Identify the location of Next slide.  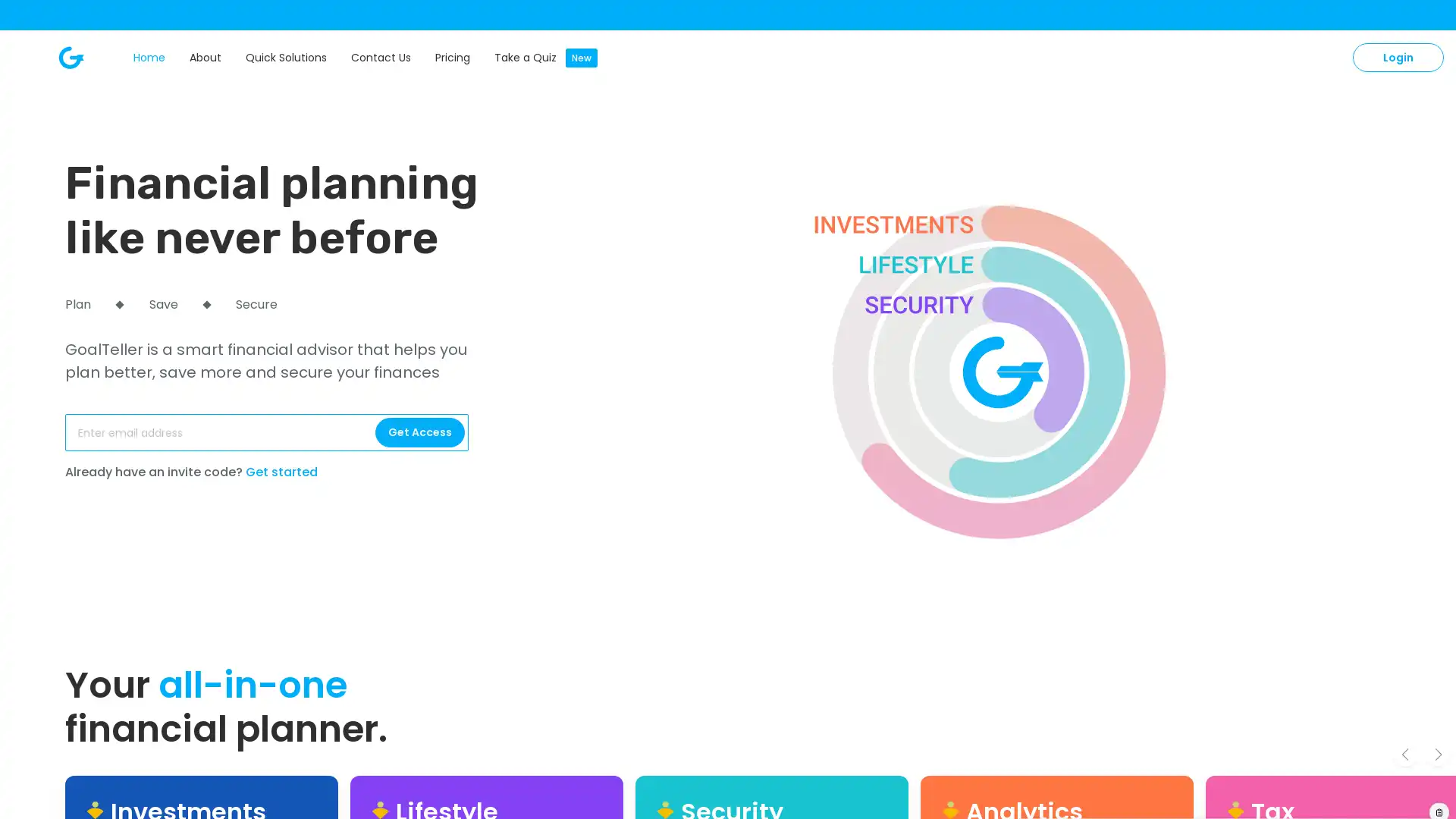
(1437, 754).